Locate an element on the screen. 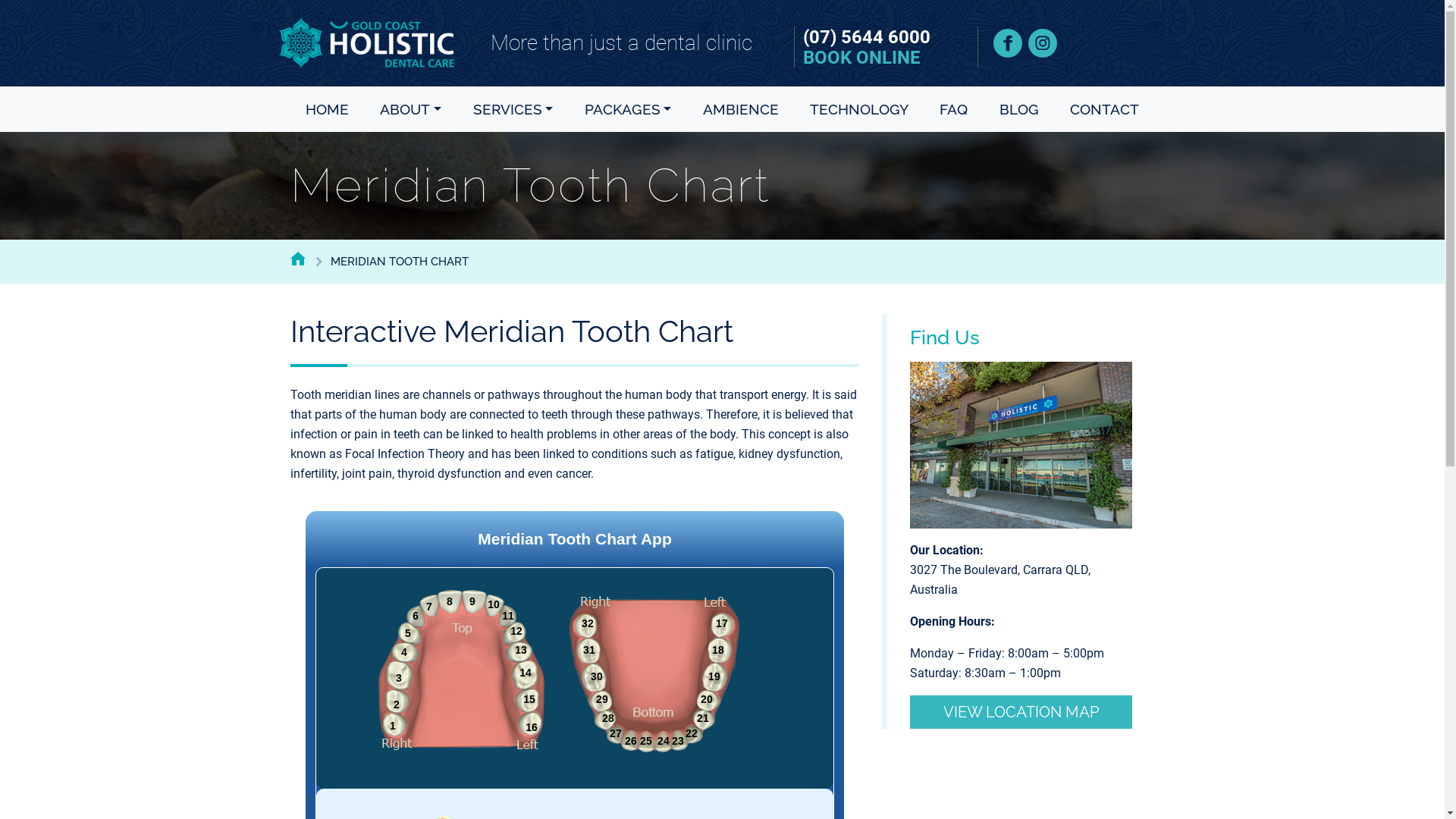 The width and height of the screenshot is (1456, 819). 'BLOG' is located at coordinates (1019, 108).